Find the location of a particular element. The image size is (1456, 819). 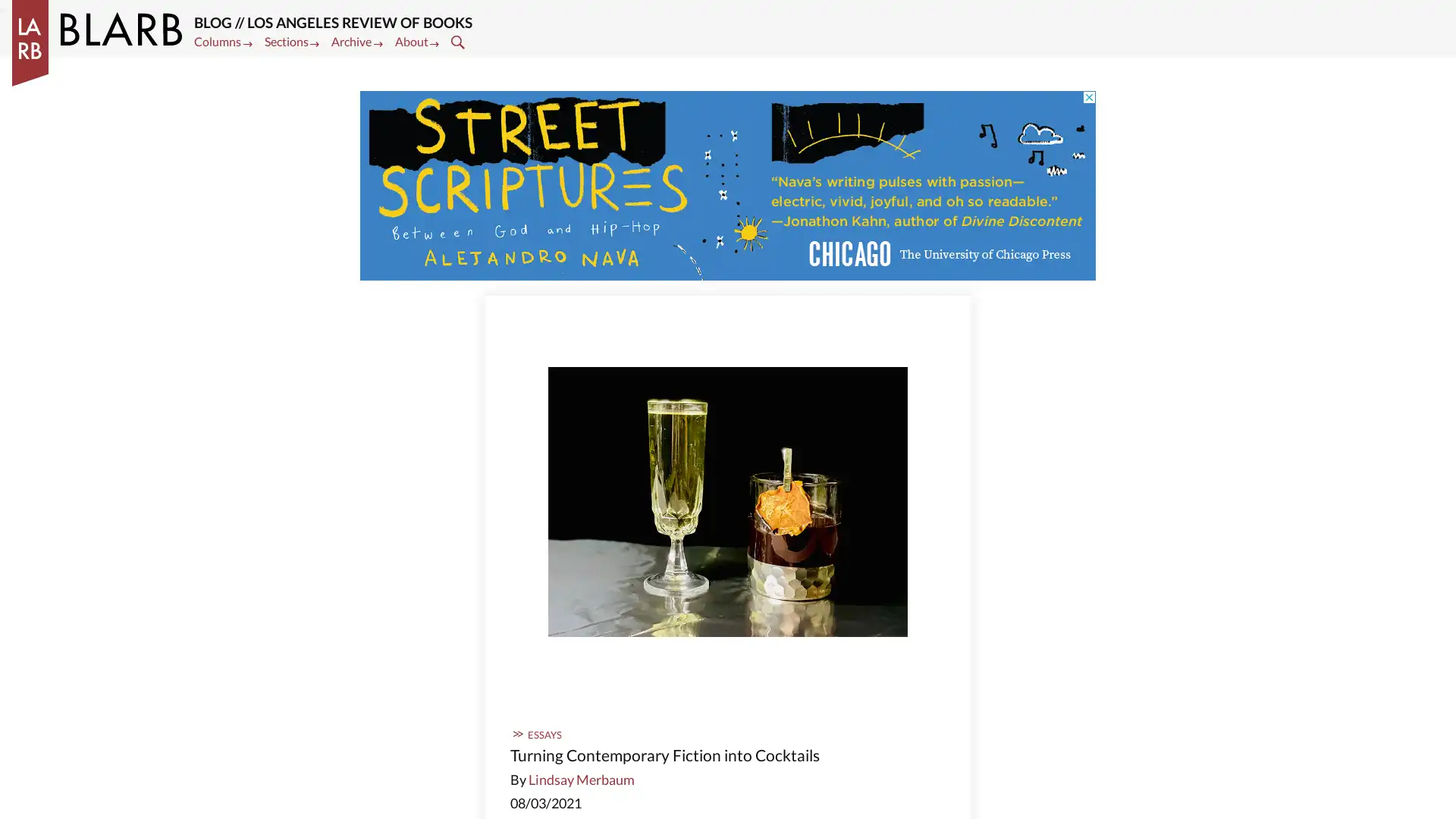

Submit is located at coordinates (459, 40).